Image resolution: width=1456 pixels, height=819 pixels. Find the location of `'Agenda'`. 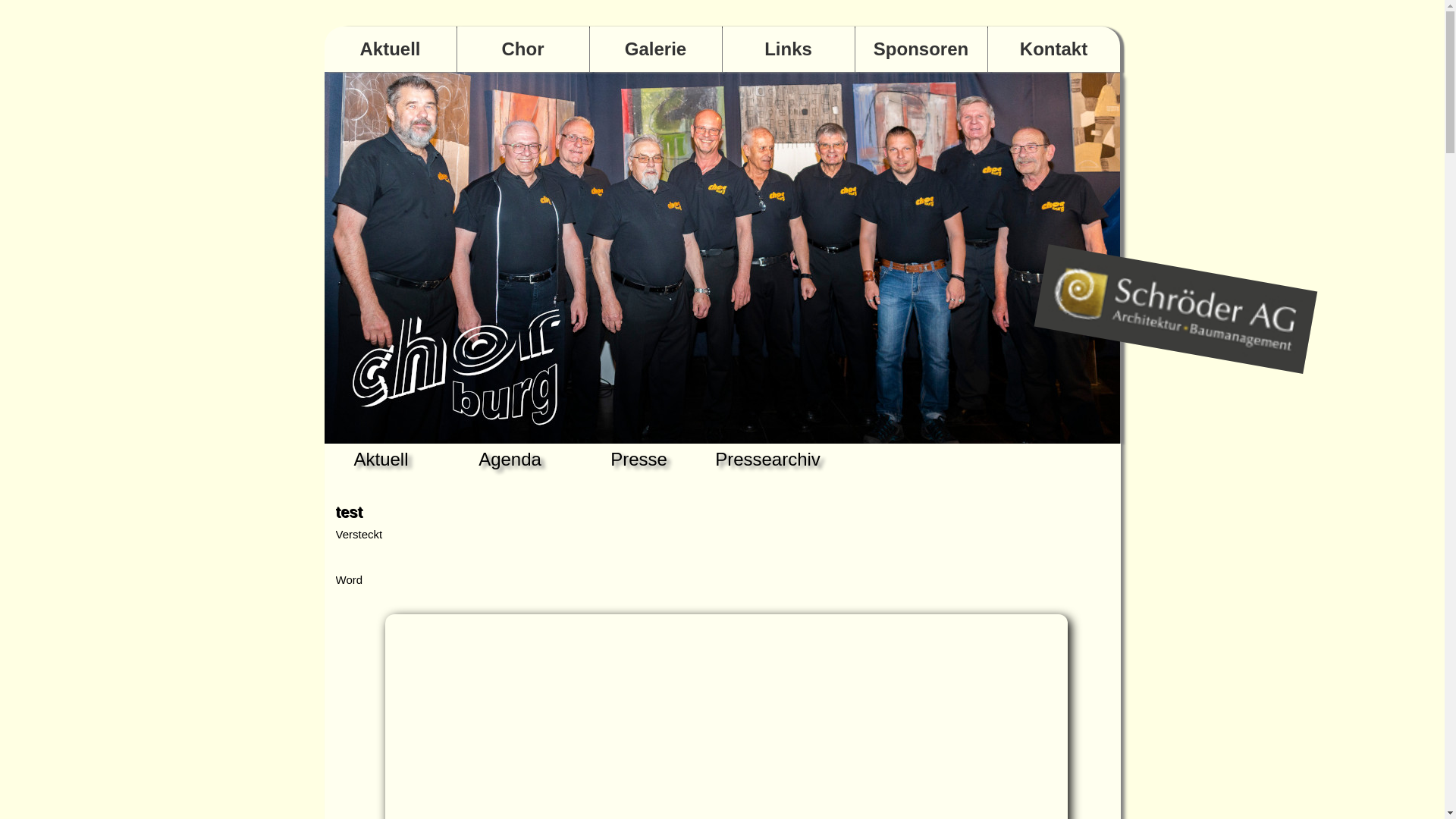

'Agenda' is located at coordinates (510, 458).